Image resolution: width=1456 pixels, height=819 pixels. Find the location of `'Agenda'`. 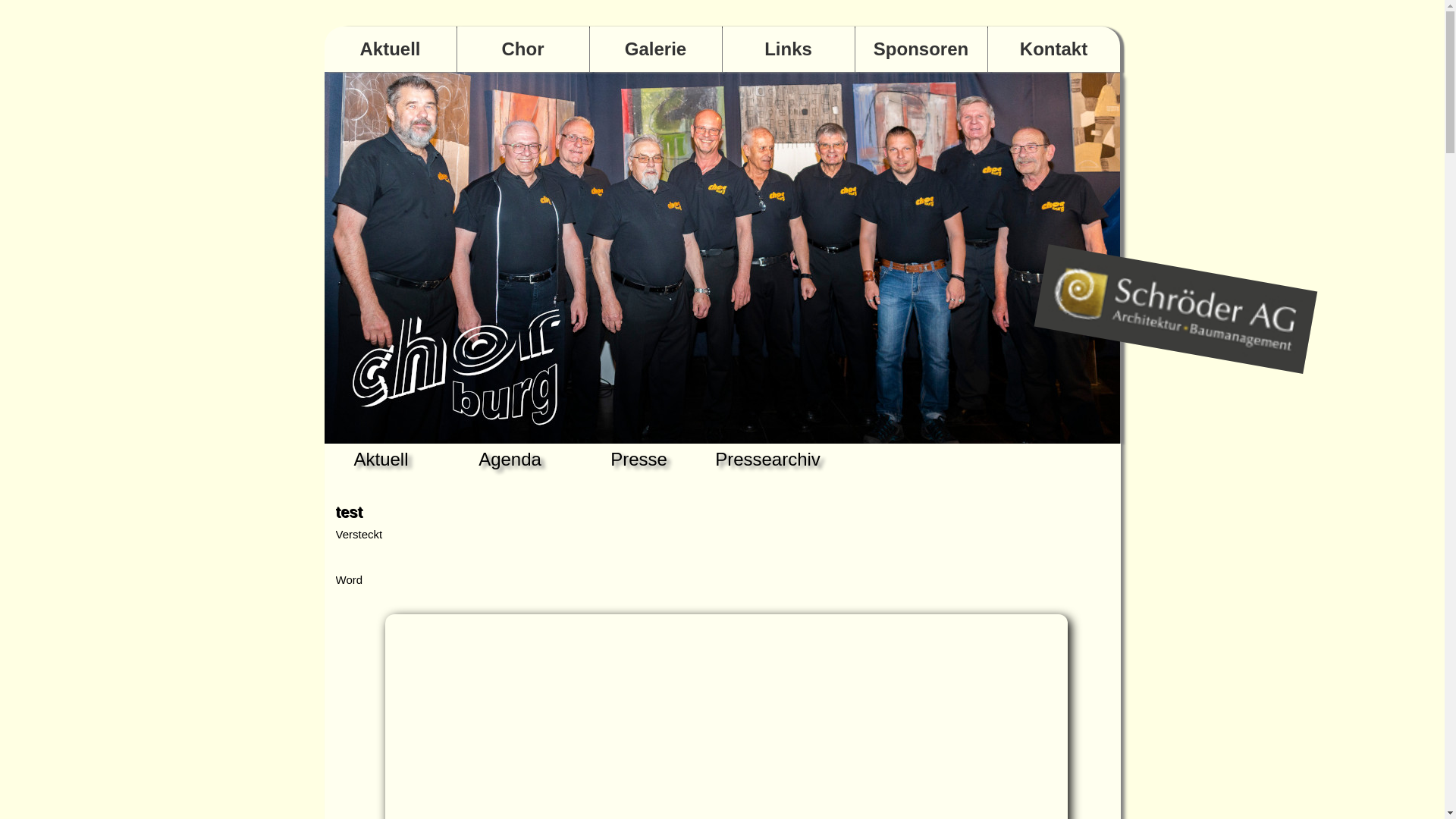

'Agenda' is located at coordinates (510, 458).